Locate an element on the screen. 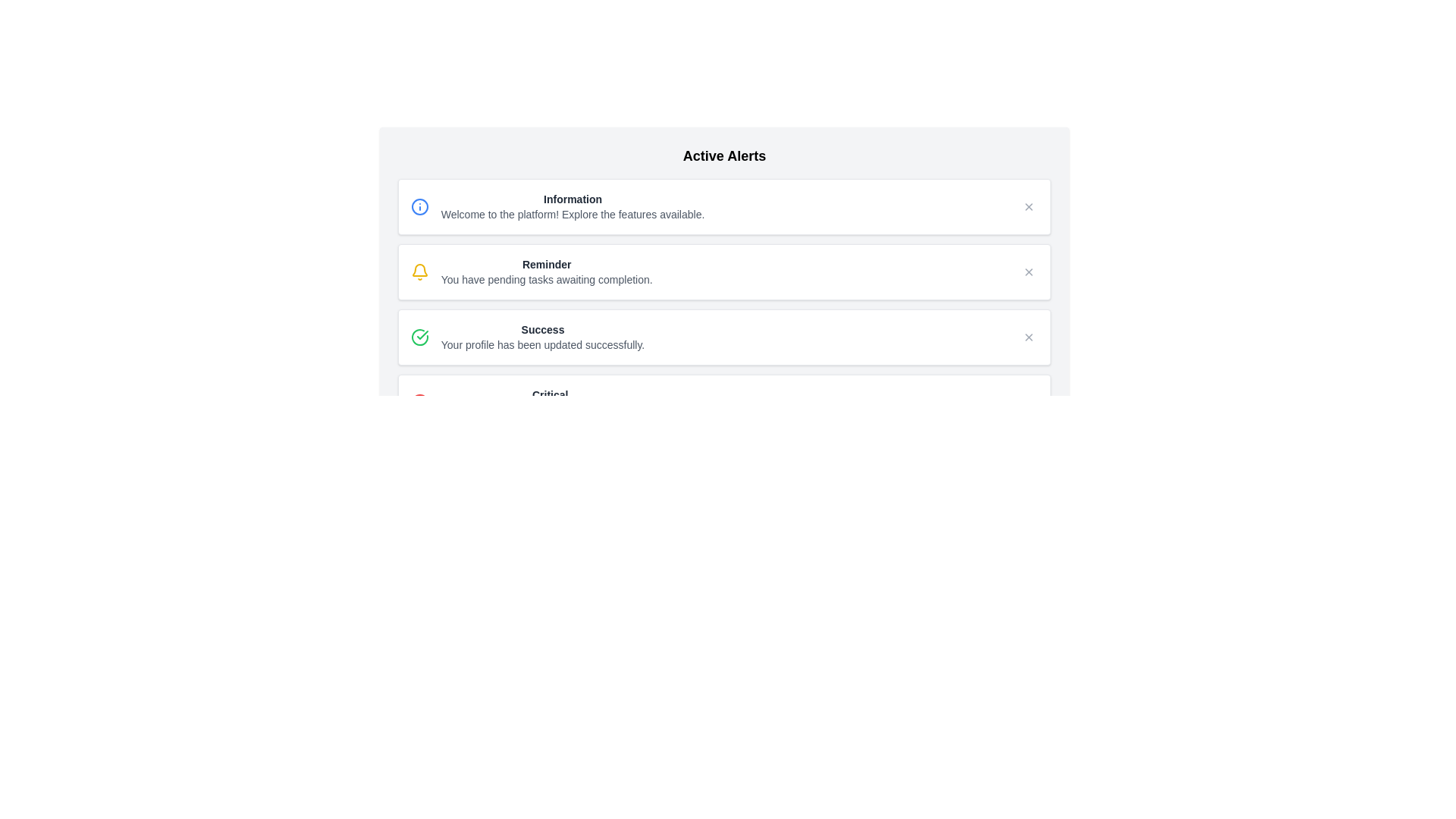  the right-aligned dismiss button in the 'Reminder' alert box to change its color is located at coordinates (1029, 271).